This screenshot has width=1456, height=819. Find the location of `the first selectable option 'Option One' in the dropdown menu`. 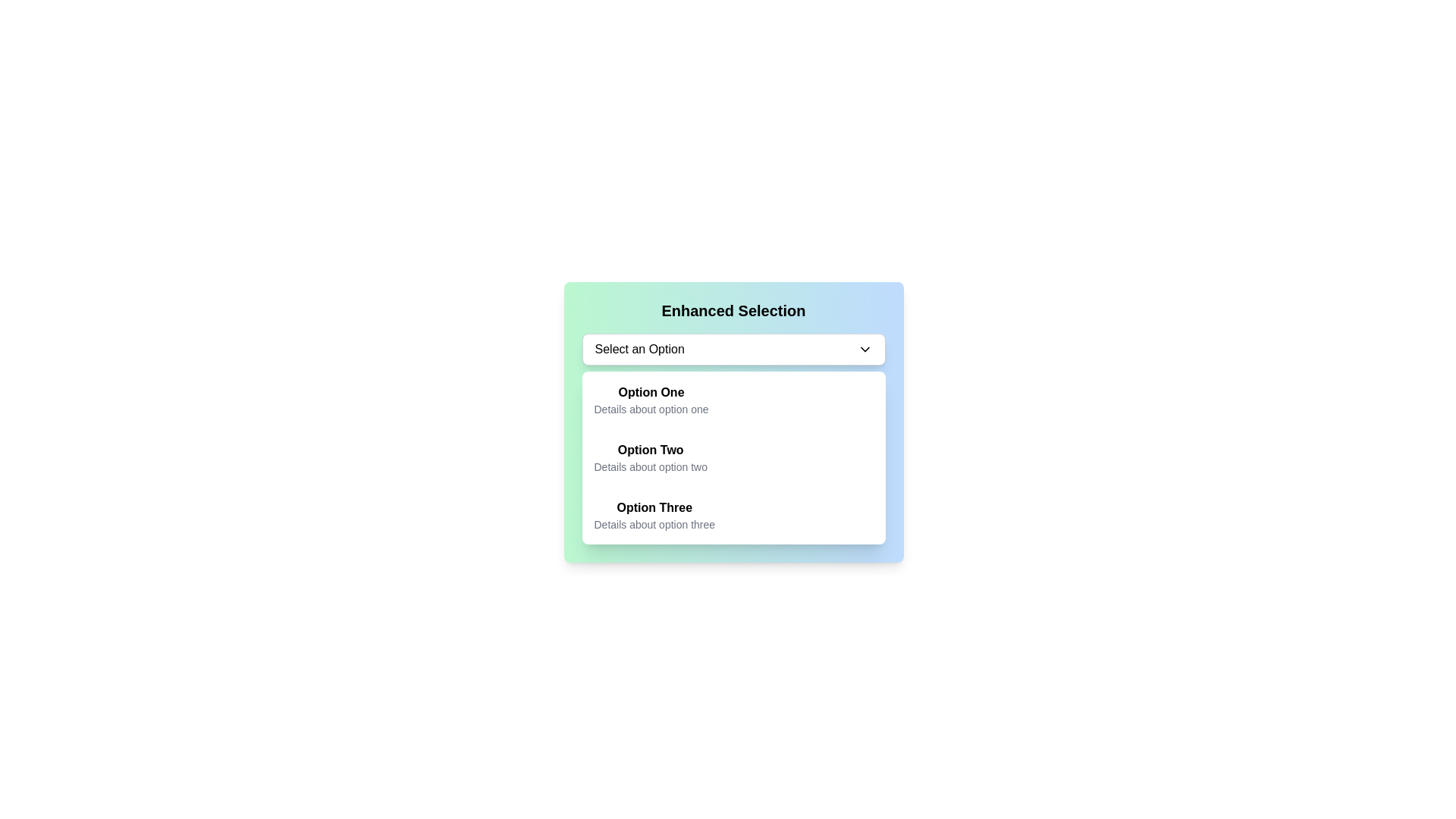

the first selectable option 'Option One' in the dropdown menu is located at coordinates (733, 400).